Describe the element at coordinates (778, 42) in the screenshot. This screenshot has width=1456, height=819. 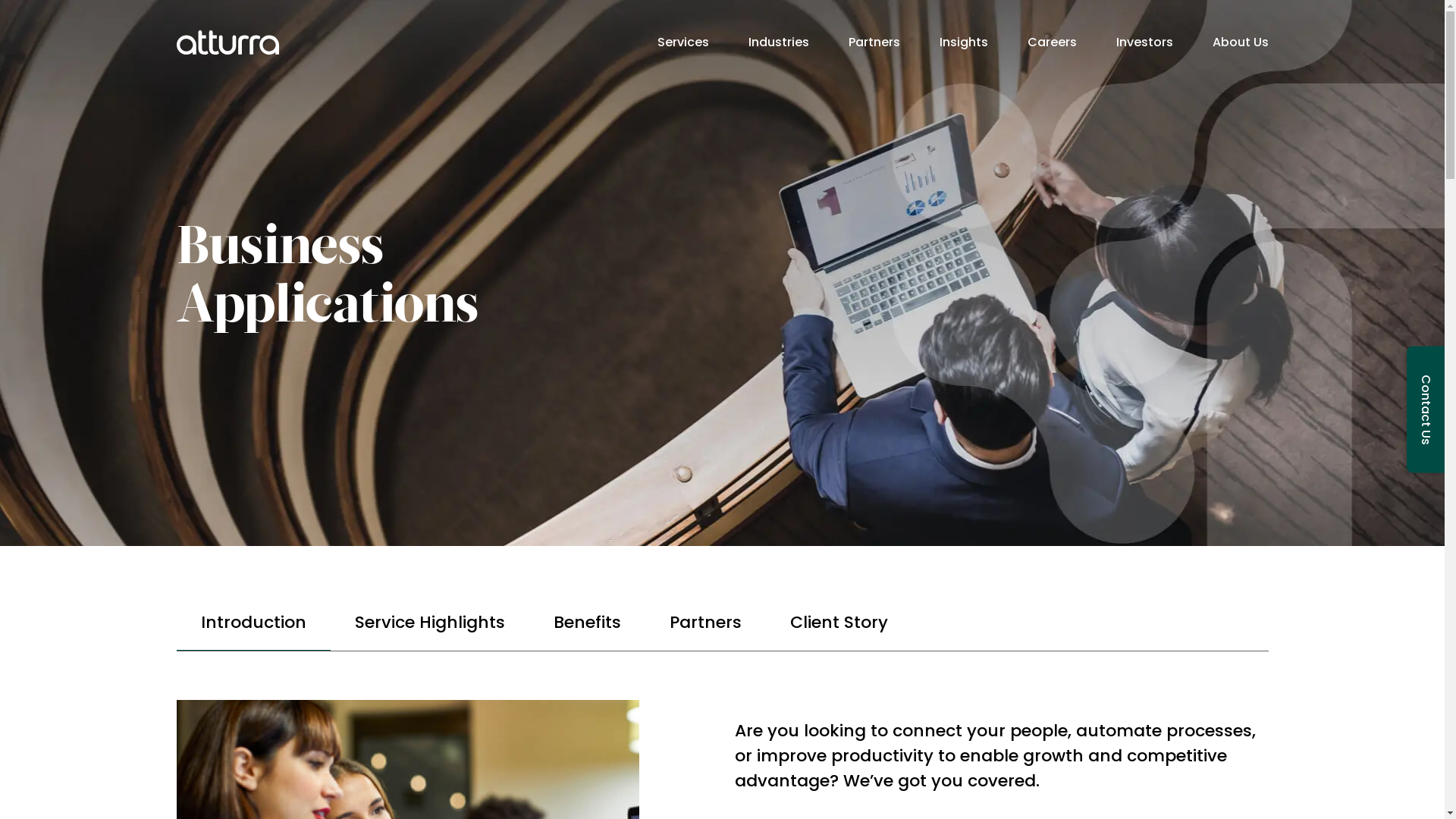
I see `'Industries'` at that location.